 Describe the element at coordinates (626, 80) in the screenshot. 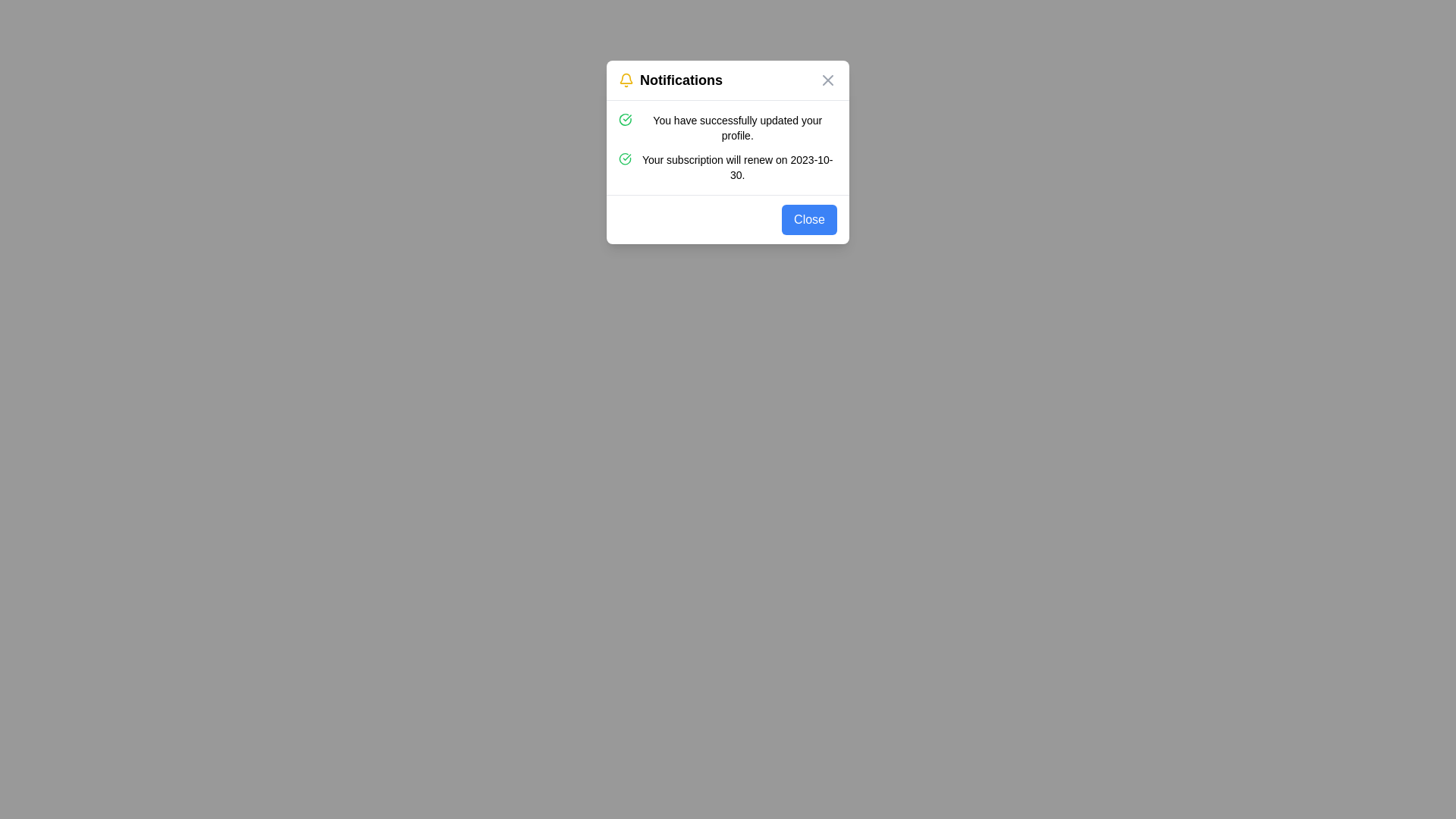

I see `the bell icon which serves as a visual cue for notifications located at the top-left corner of the notification popup box, immediately to the left of the 'Notifications' title` at that location.